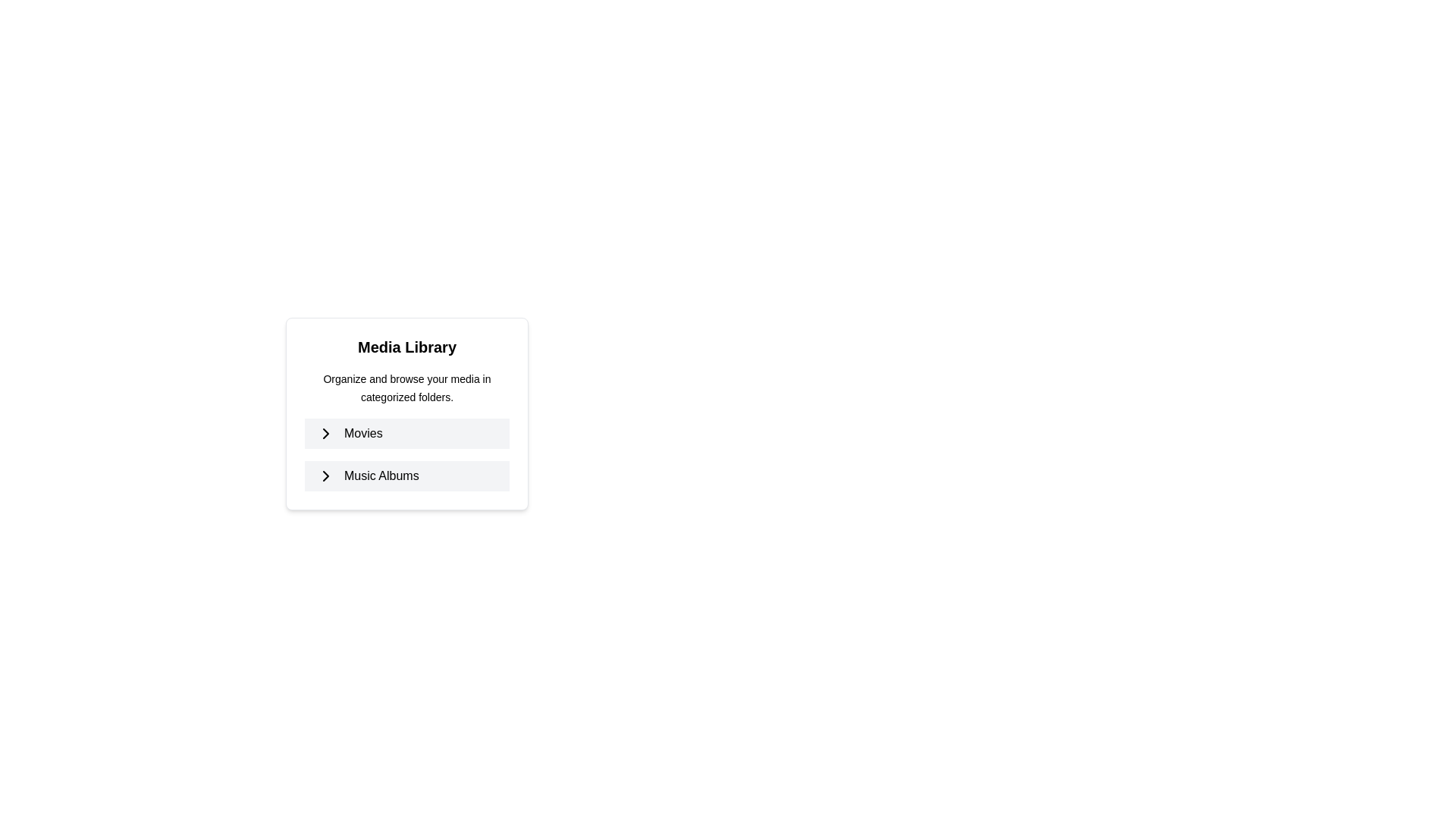 The image size is (1456, 819). What do you see at coordinates (325, 475) in the screenshot?
I see `the icon in the second row of the 'Music Albums' list` at bounding box center [325, 475].